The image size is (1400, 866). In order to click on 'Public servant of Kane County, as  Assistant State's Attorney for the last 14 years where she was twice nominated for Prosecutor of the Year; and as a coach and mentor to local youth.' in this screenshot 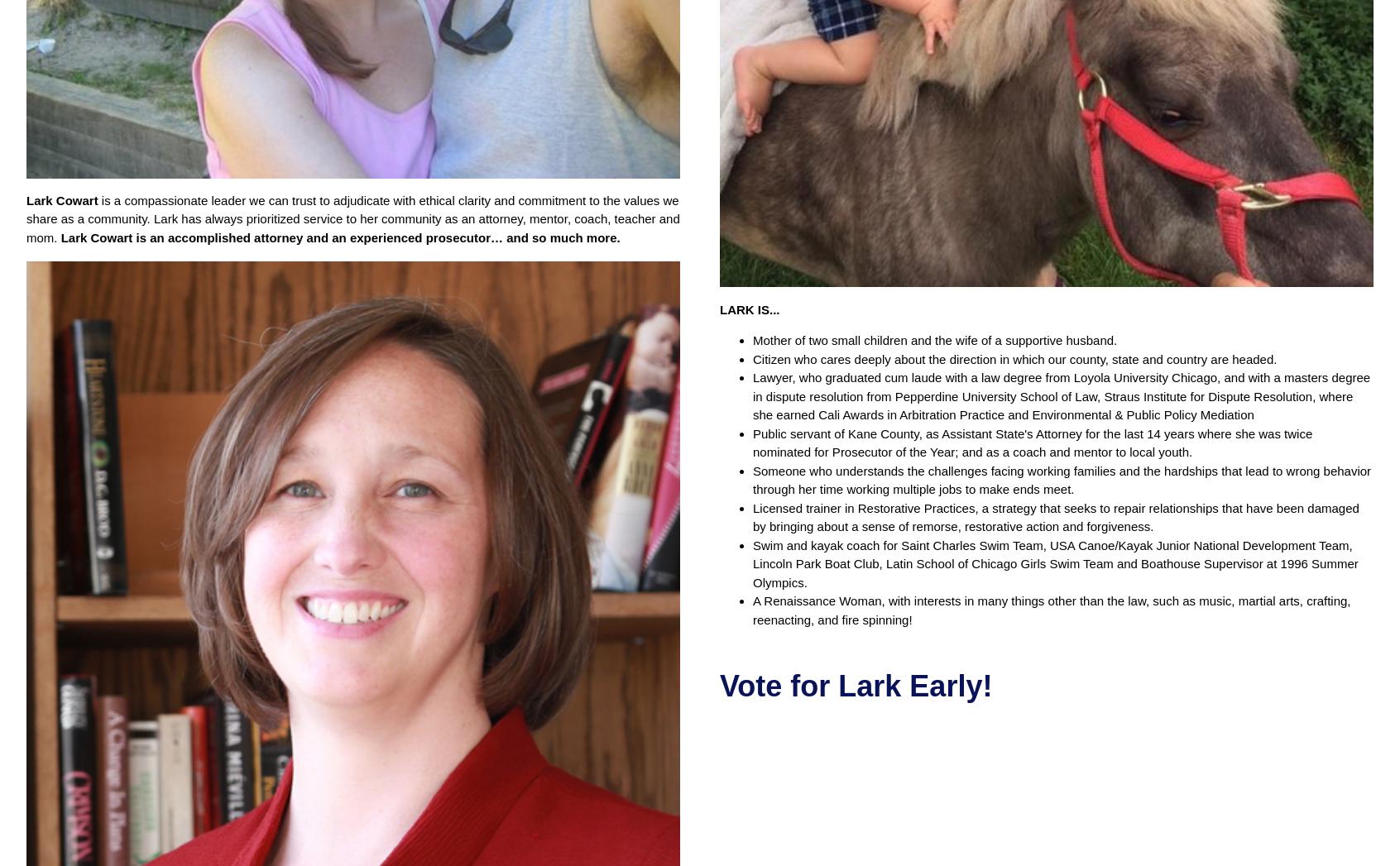, I will do `click(1032, 443)`.